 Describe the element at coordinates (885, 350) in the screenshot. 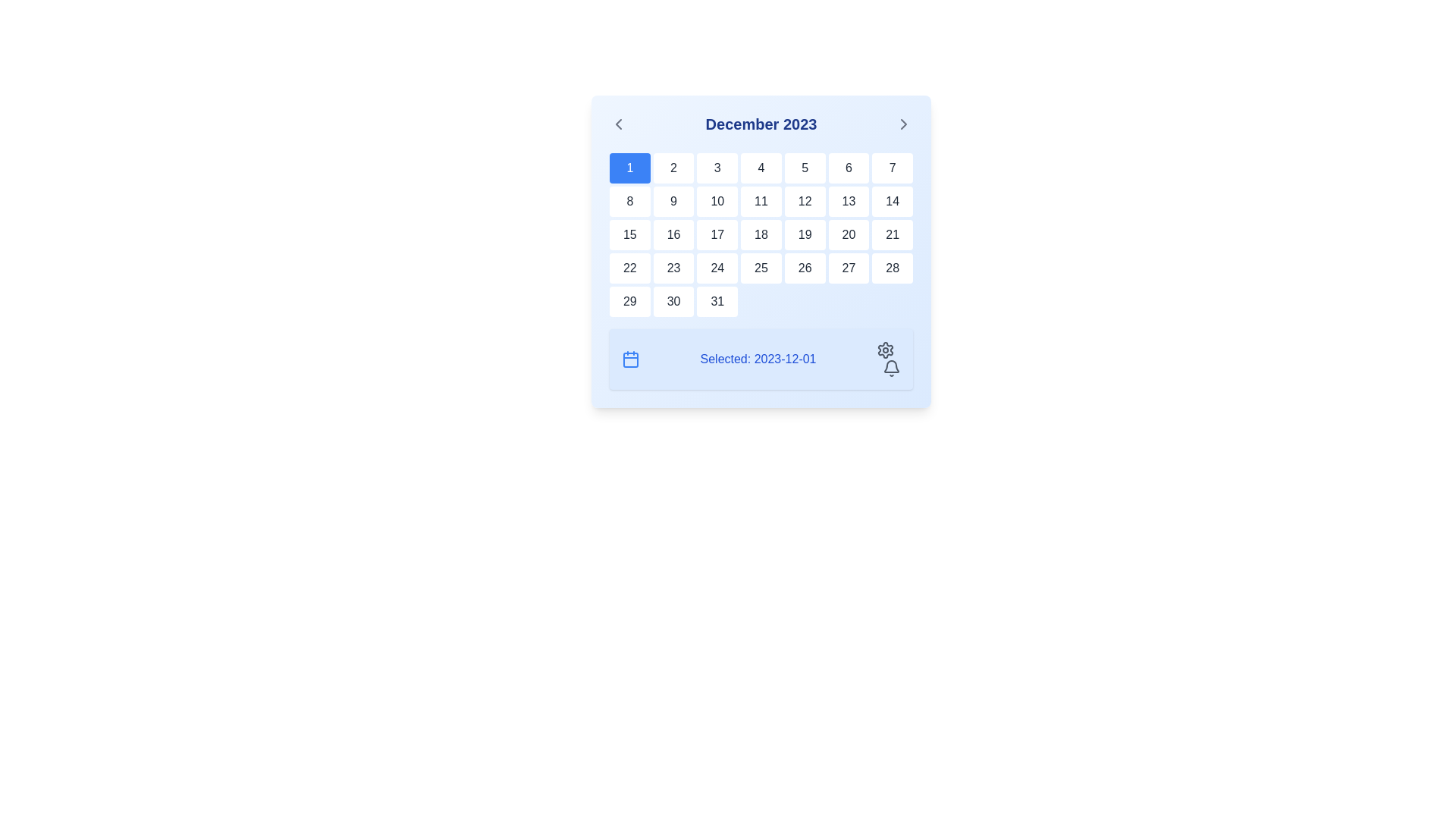

I see `the settings icon located at the bottom-right corner of the calendar interface` at that location.